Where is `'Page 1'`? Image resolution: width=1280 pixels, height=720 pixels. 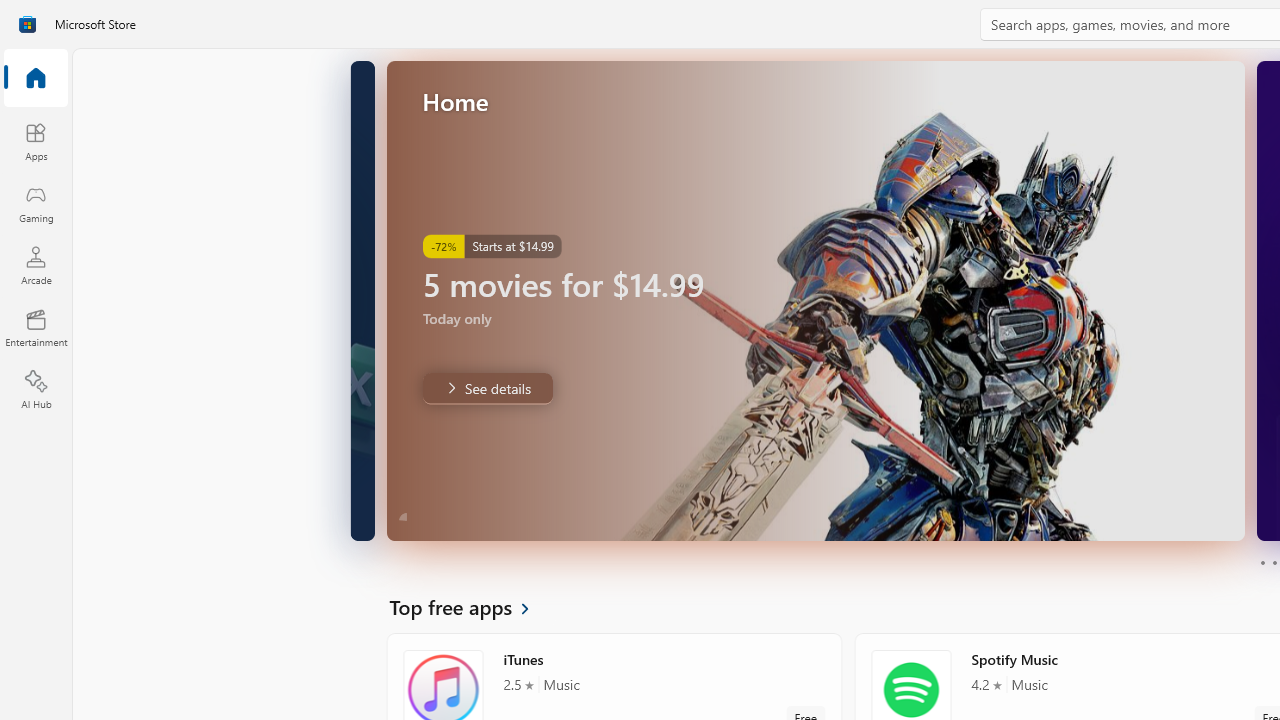
'Page 1' is located at coordinates (1261, 563).